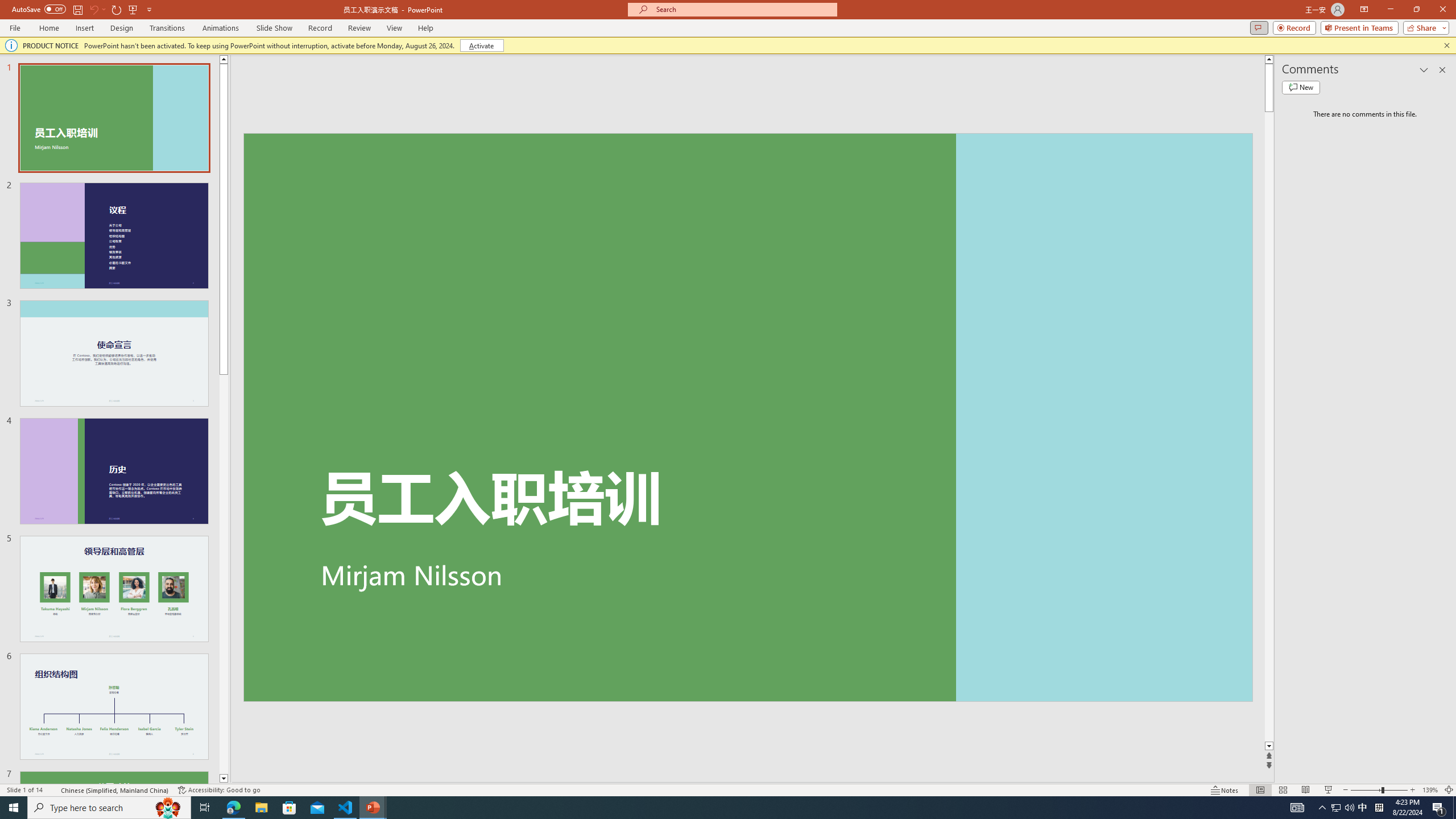  Describe the element at coordinates (1446, 44) in the screenshot. I see `'Close this message'` at that location.